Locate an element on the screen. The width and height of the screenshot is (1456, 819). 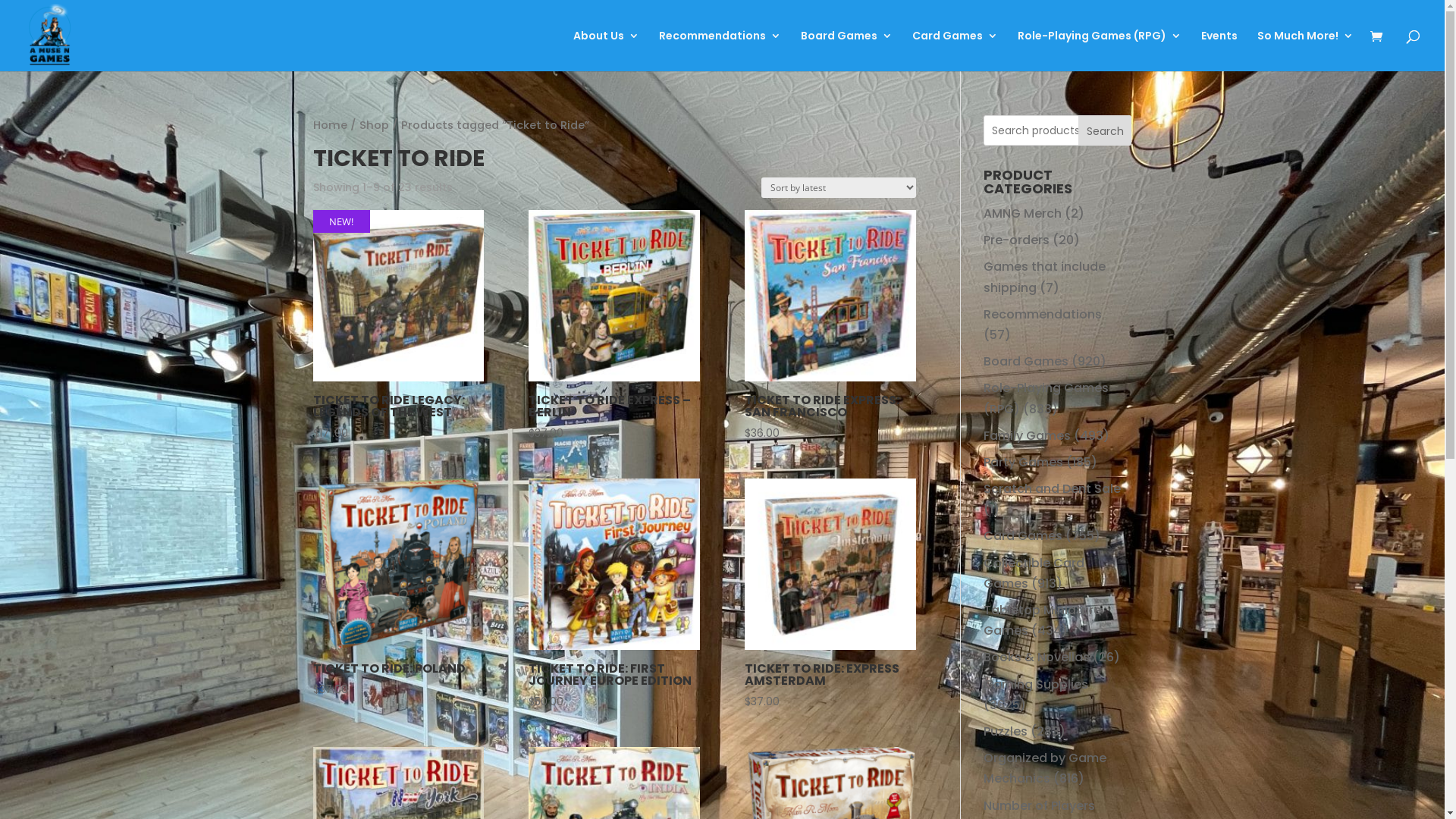
'Role-Playing Games (RPG)' is located at coordinates (1045, 397).